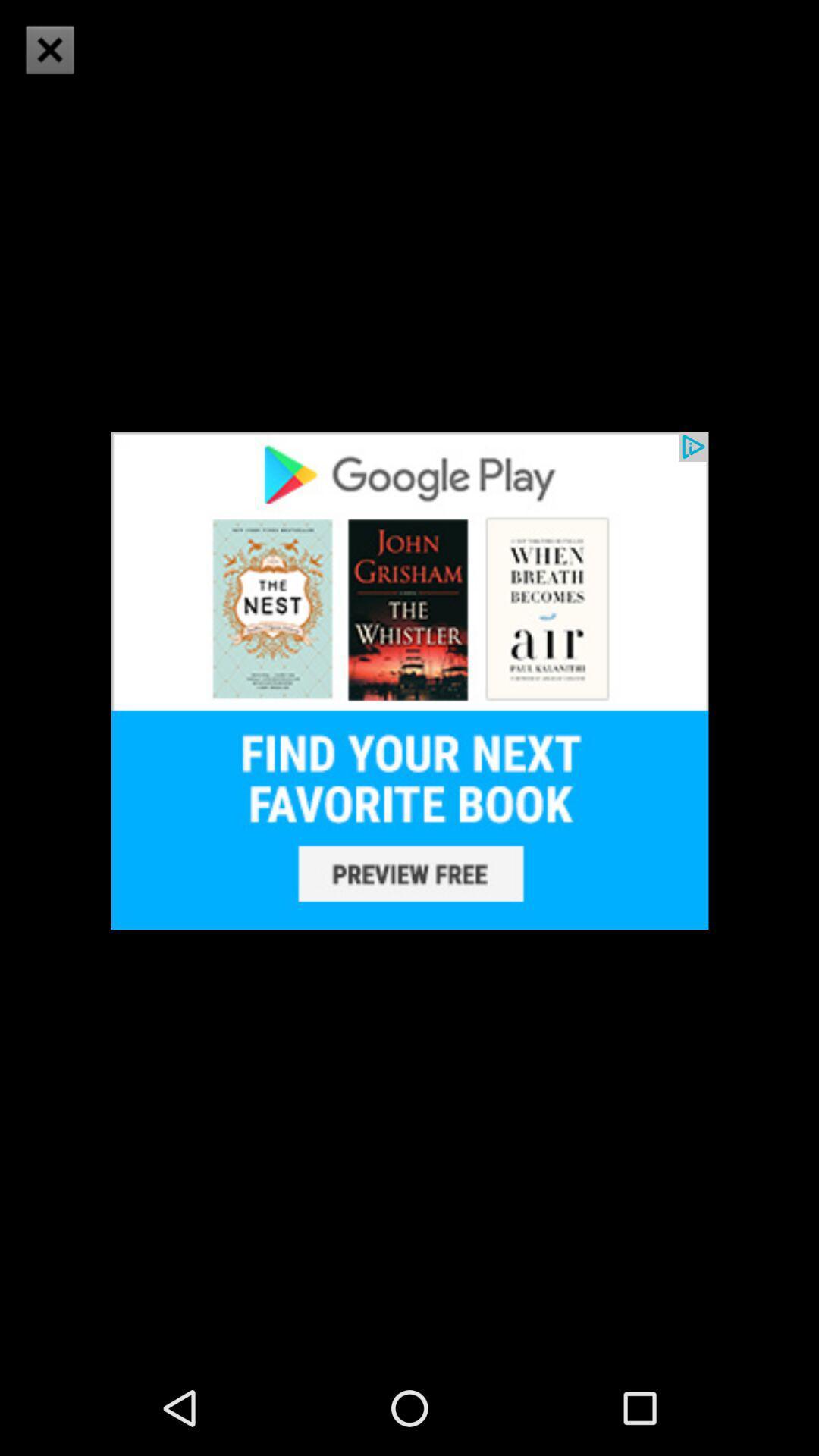  Describe the element at coordinates (49, 53) in the screenshot. I see `the close icon` at that location.